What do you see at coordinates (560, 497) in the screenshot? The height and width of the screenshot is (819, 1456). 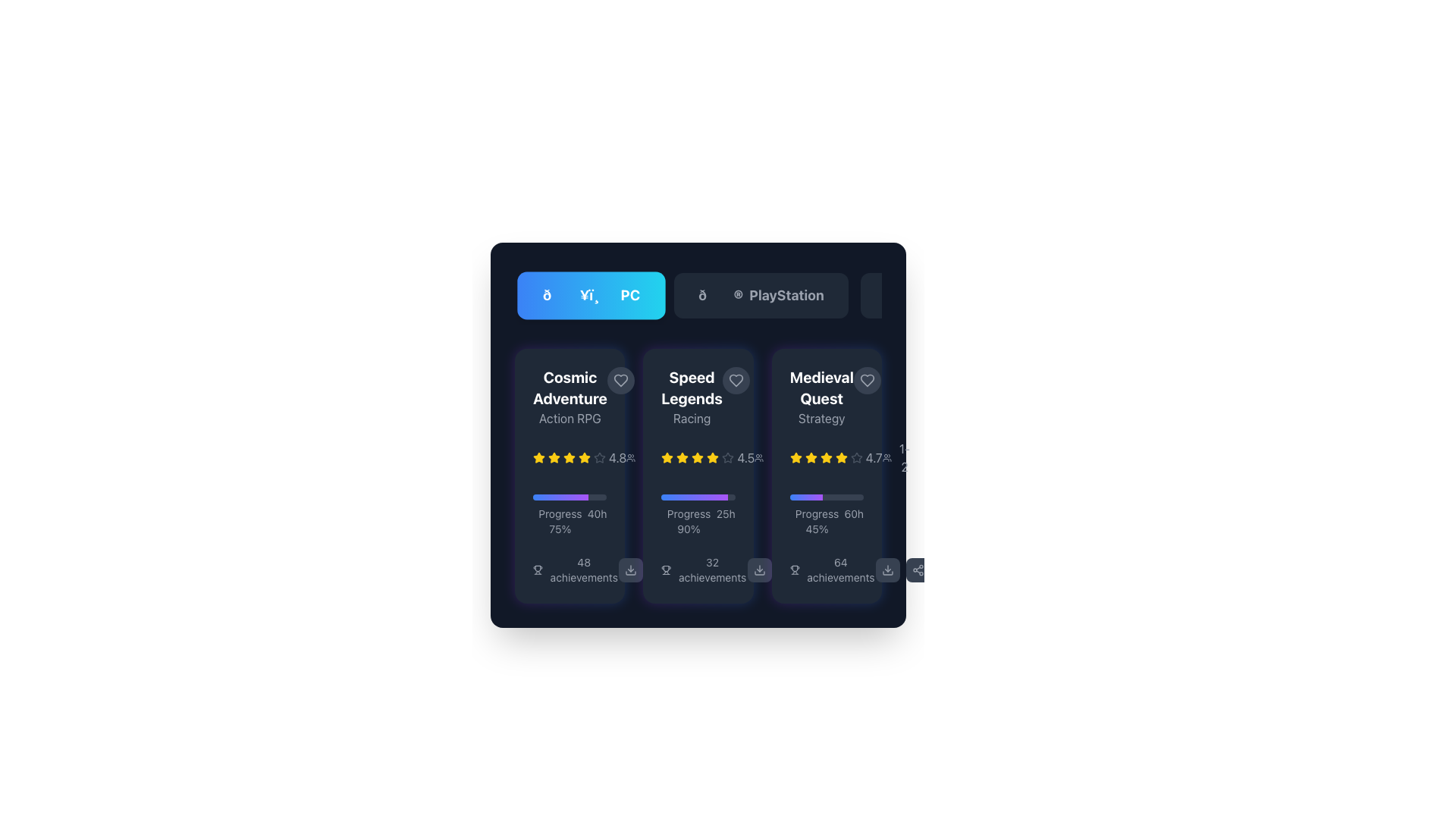 I see `the gradient-filled progress bar indicator located in the lower center of the 'Cosmic Adventure' card, beneath the rating stars and above the achievements section` at bounding box center [560, 497].